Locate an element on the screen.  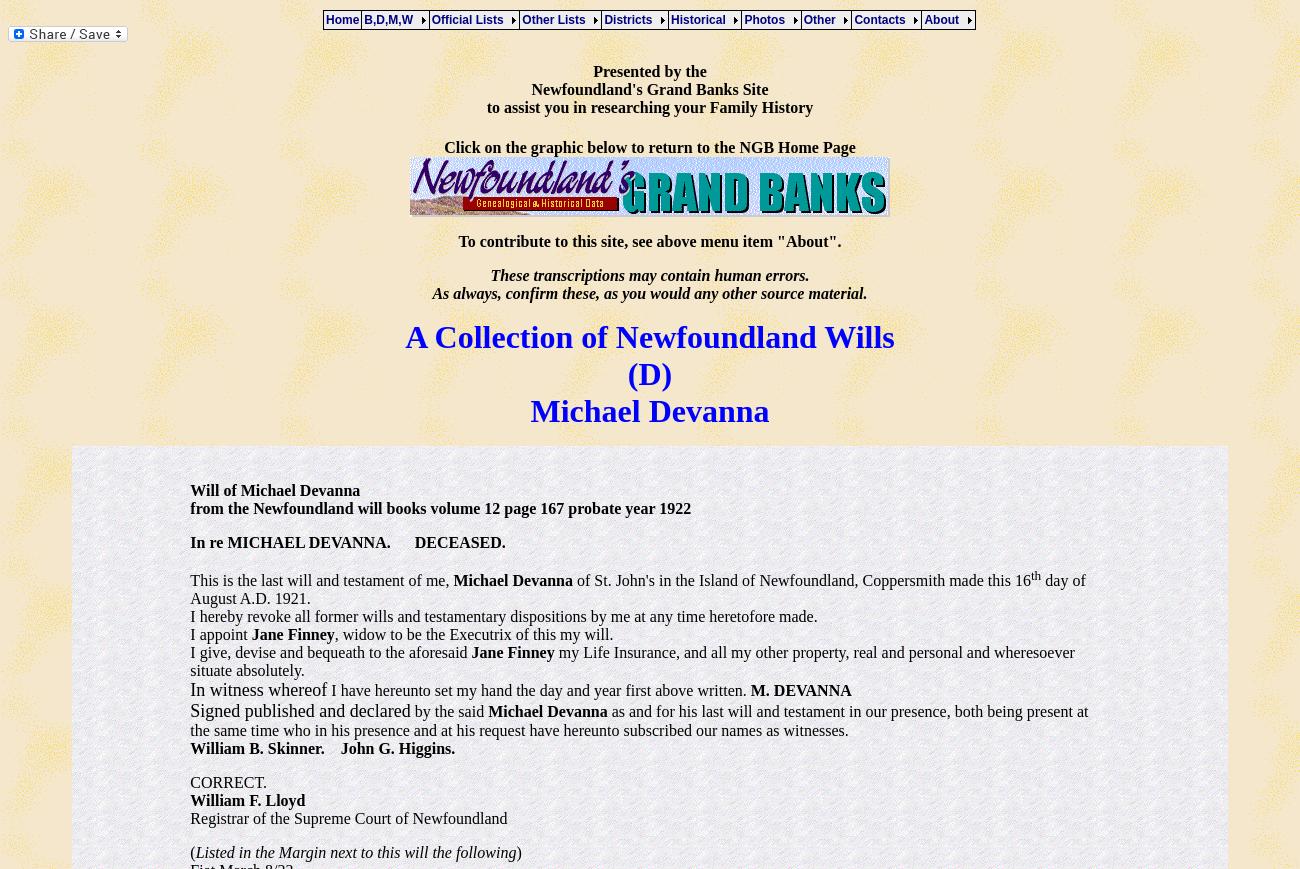
'This is the last will and testament of me,' is located at coordinates (190, 579).